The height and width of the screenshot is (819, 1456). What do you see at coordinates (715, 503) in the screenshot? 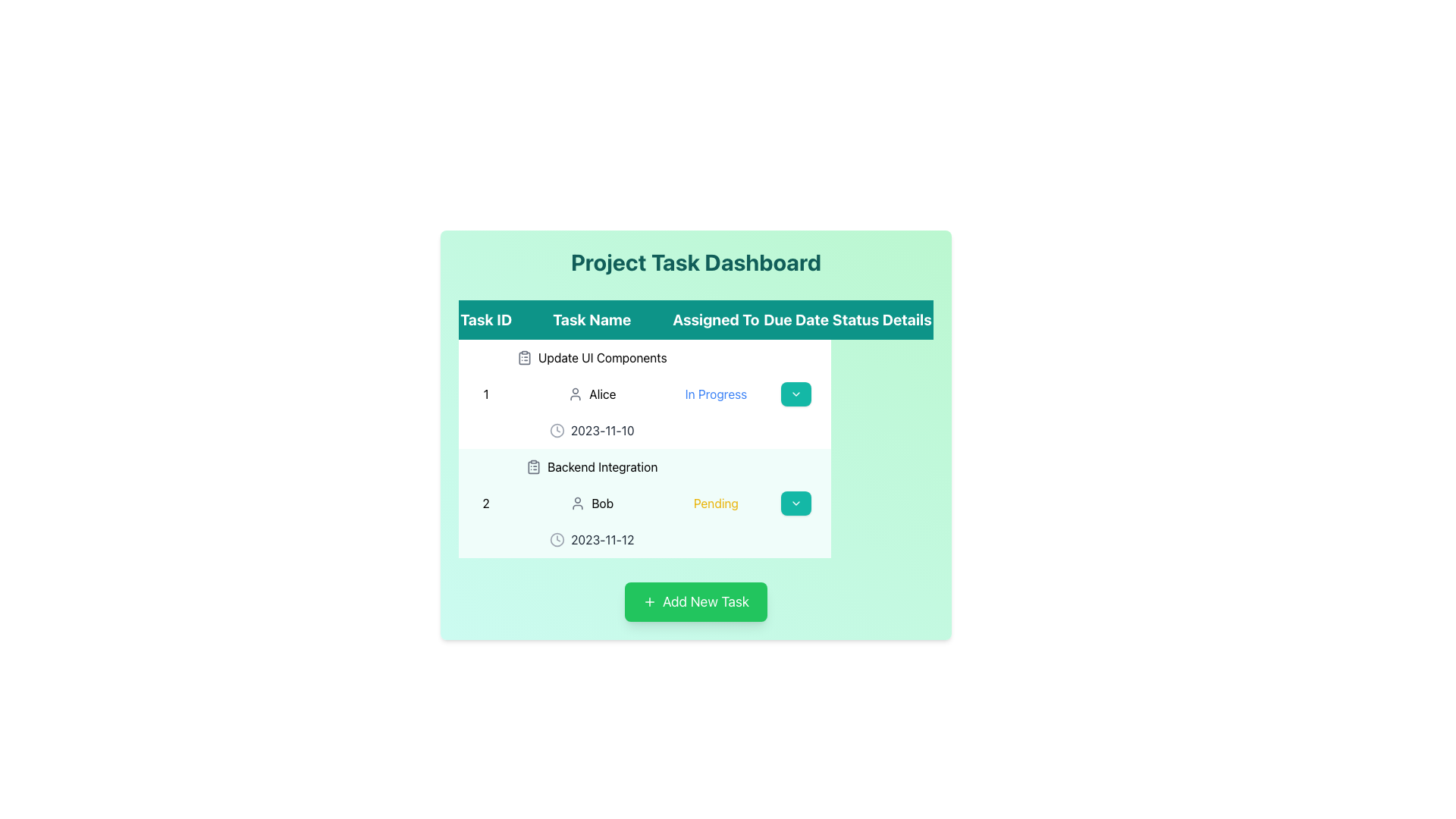
I see `the 'Pending' status indicator in the second row of the task dashboard for 'Backend Integration', located in the 'Status' column` at bounding box center [715, 503].